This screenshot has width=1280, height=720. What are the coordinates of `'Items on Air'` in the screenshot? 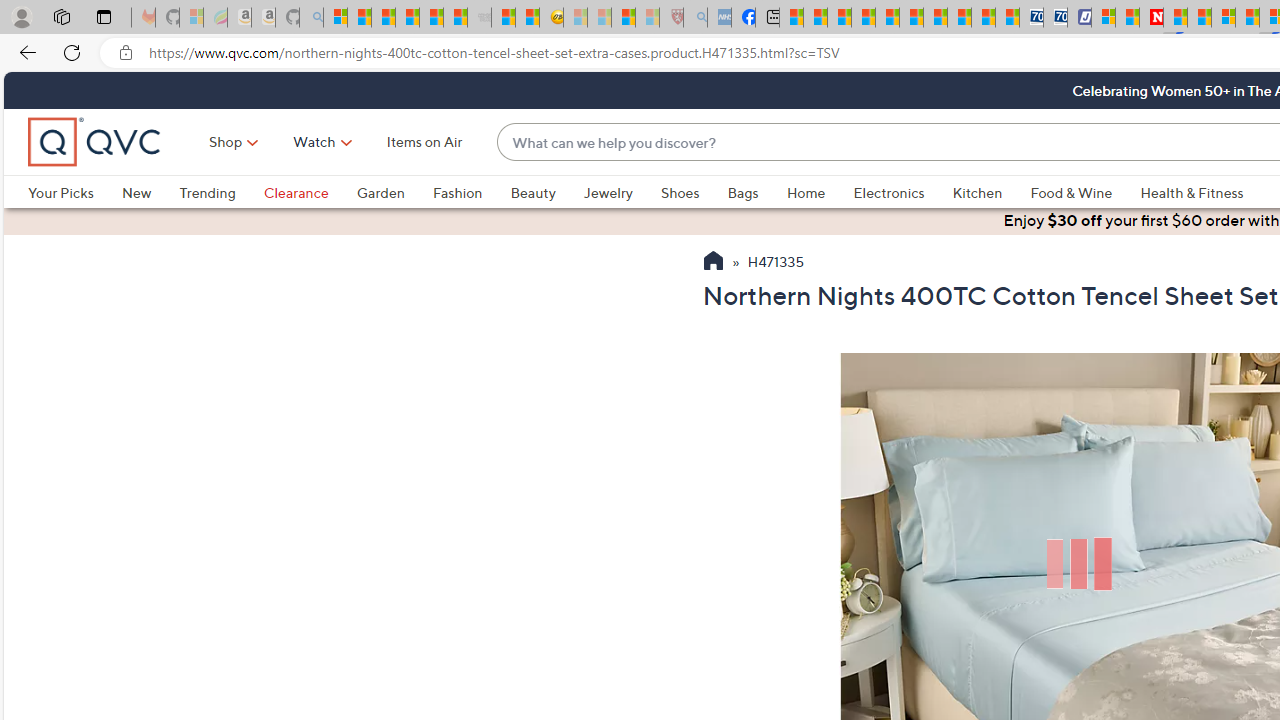 It's located at (423, 140).